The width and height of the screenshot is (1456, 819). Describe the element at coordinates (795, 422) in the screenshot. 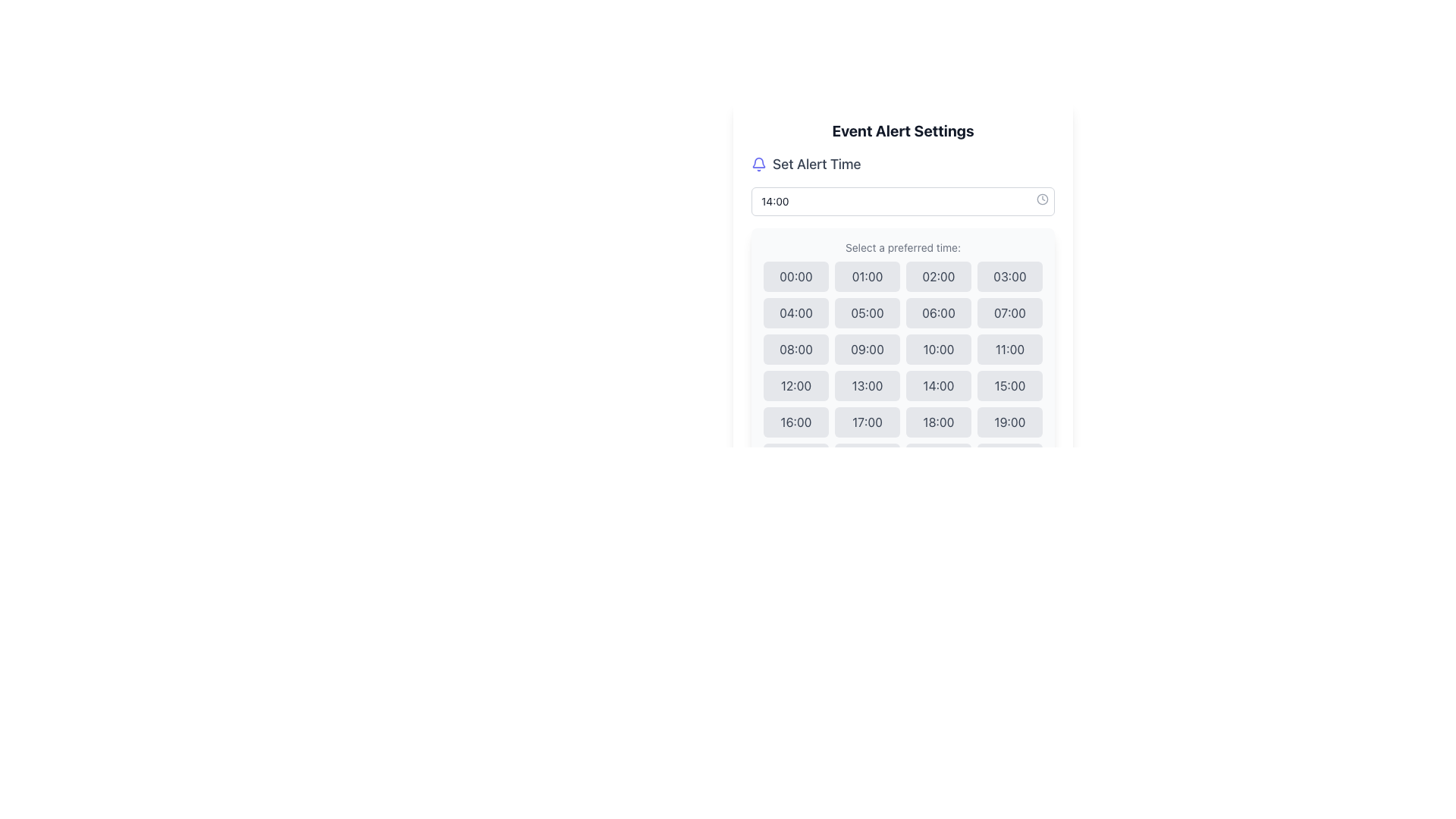

I see `the rectangular button with rounded corners labeled '16:00'` at that location.